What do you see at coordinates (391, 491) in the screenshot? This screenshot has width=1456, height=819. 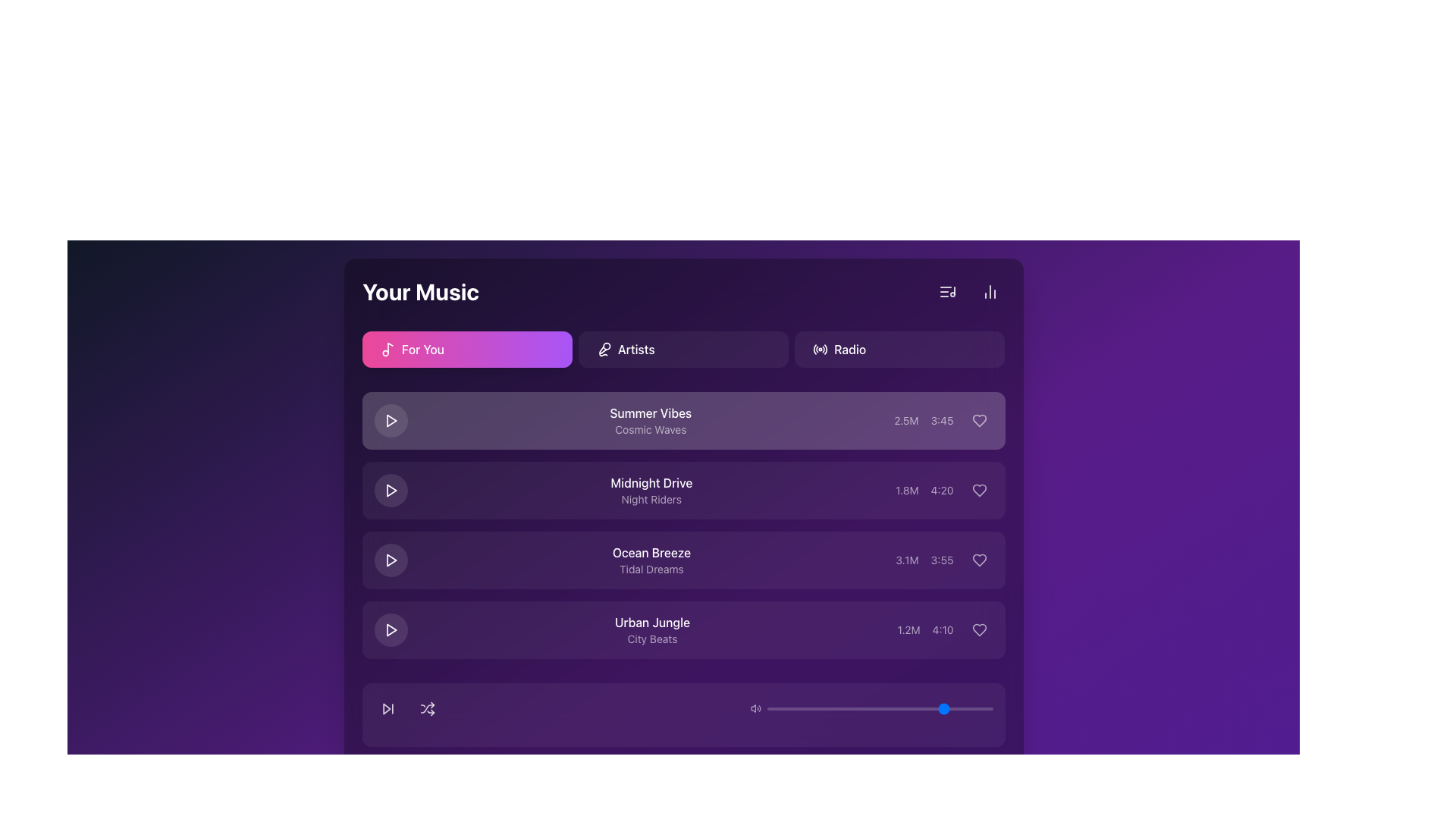 I see `the play button icon for the song 'Midnight Drive' to initiate playback` at bounding box center [391, 491].